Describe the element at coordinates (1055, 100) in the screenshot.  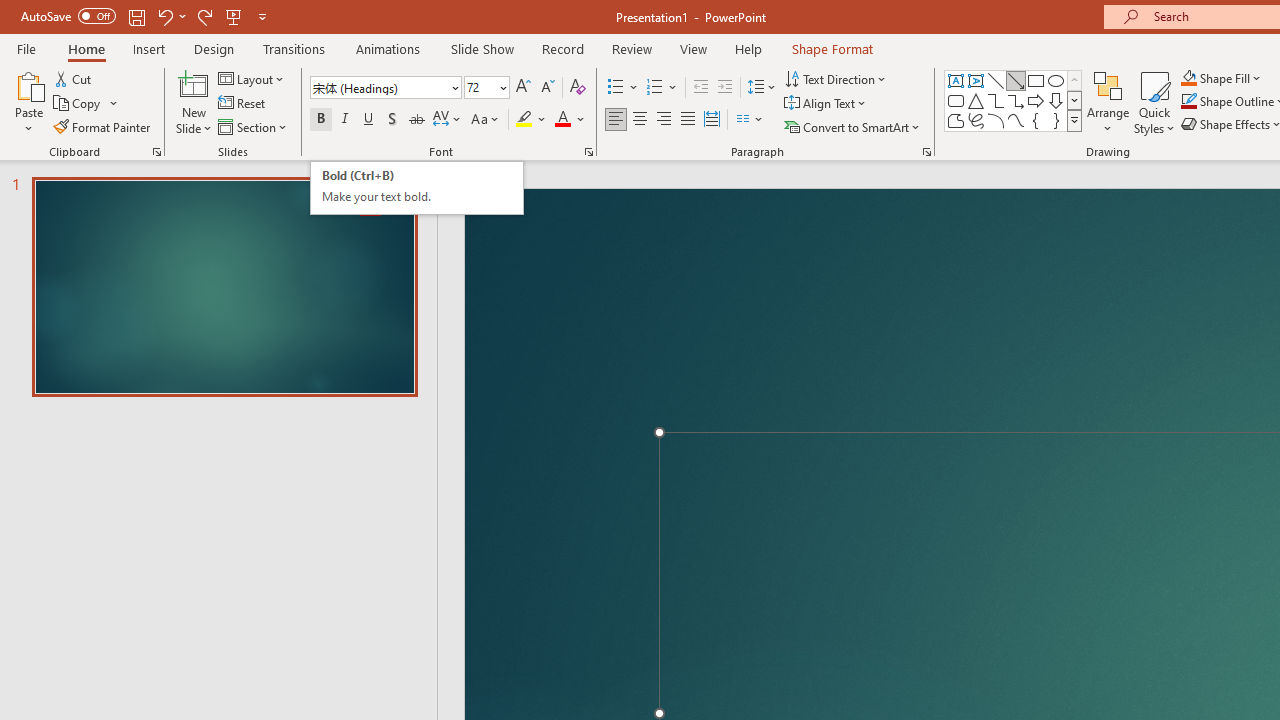
I see `'Arrow: Down'` at that location.